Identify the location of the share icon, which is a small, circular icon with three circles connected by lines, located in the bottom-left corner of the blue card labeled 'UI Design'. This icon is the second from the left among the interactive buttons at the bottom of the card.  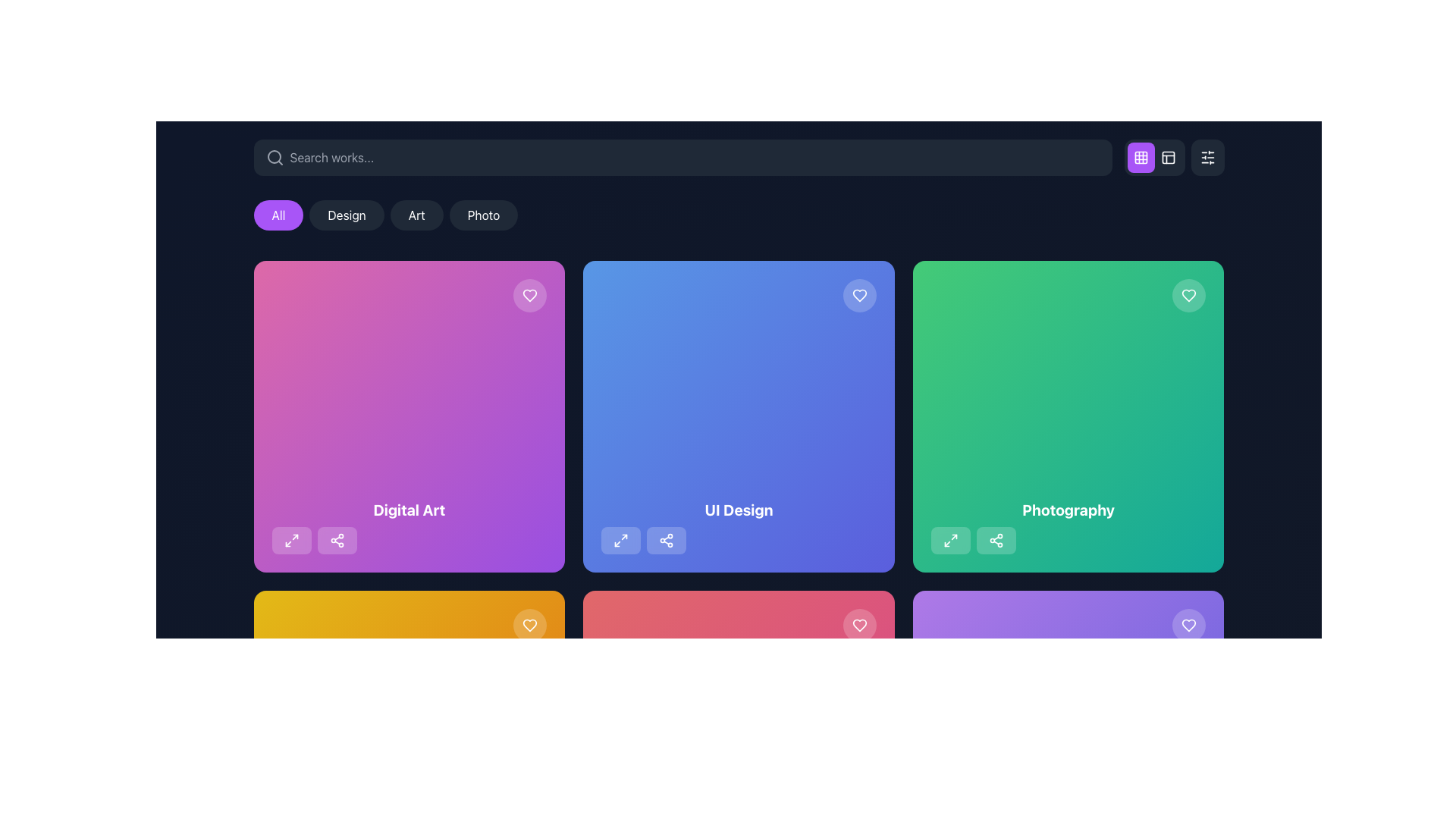
(667, 539).